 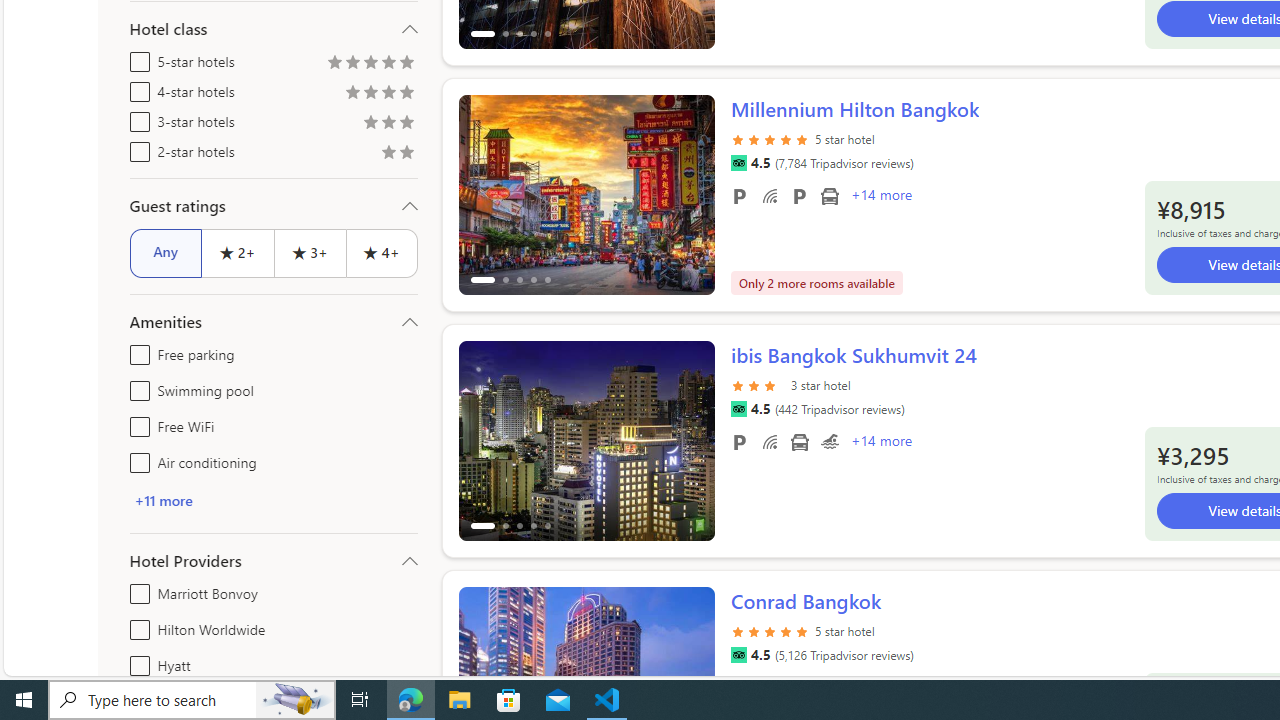 What do you see at coordinates (382, 252) in the screenshot?
I see `'4+'` at bounding box center [382, 252].